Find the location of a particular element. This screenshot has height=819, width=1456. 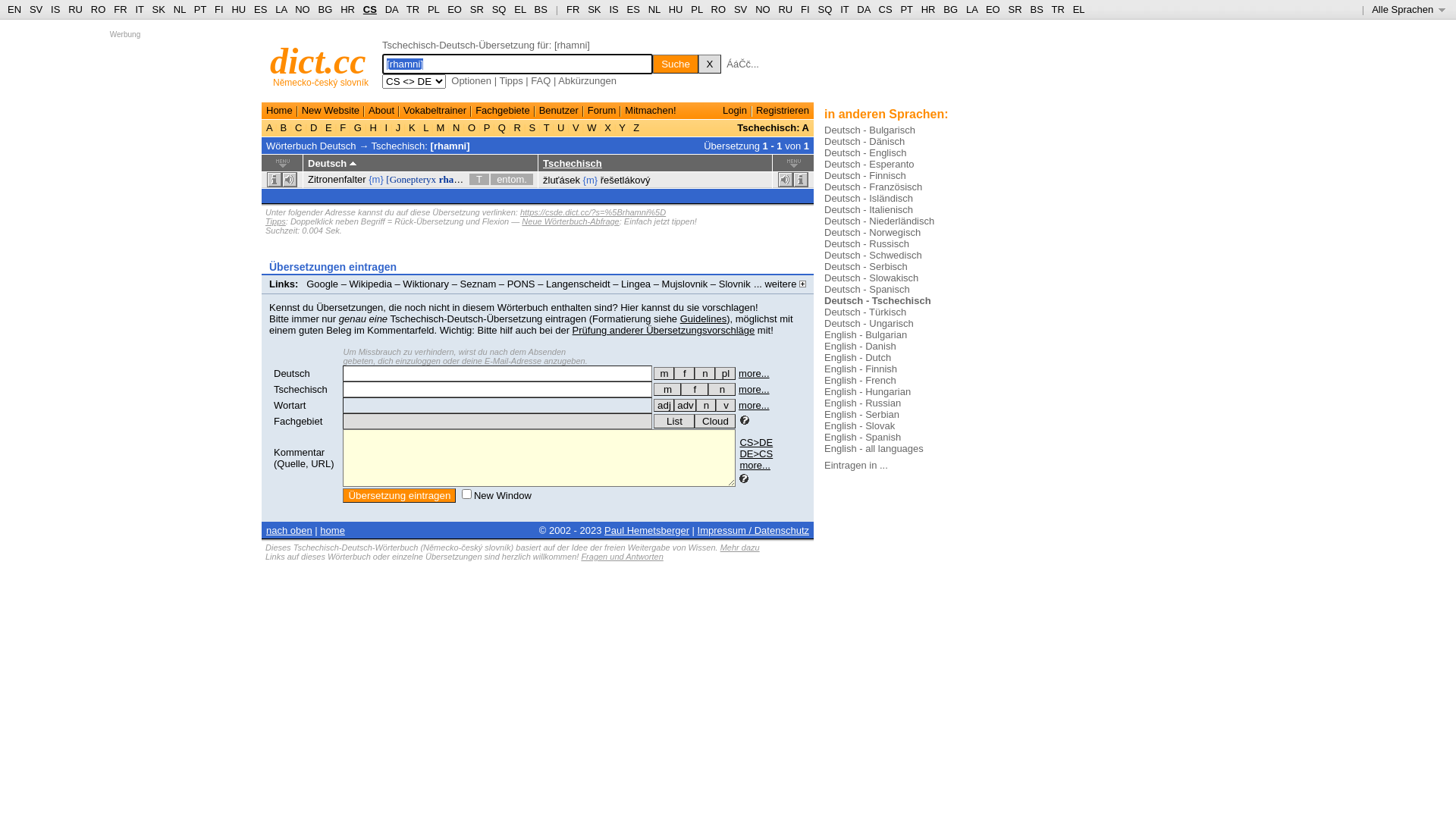

'Deutsch - Schwedisch' is located at coordinates (873, 254).